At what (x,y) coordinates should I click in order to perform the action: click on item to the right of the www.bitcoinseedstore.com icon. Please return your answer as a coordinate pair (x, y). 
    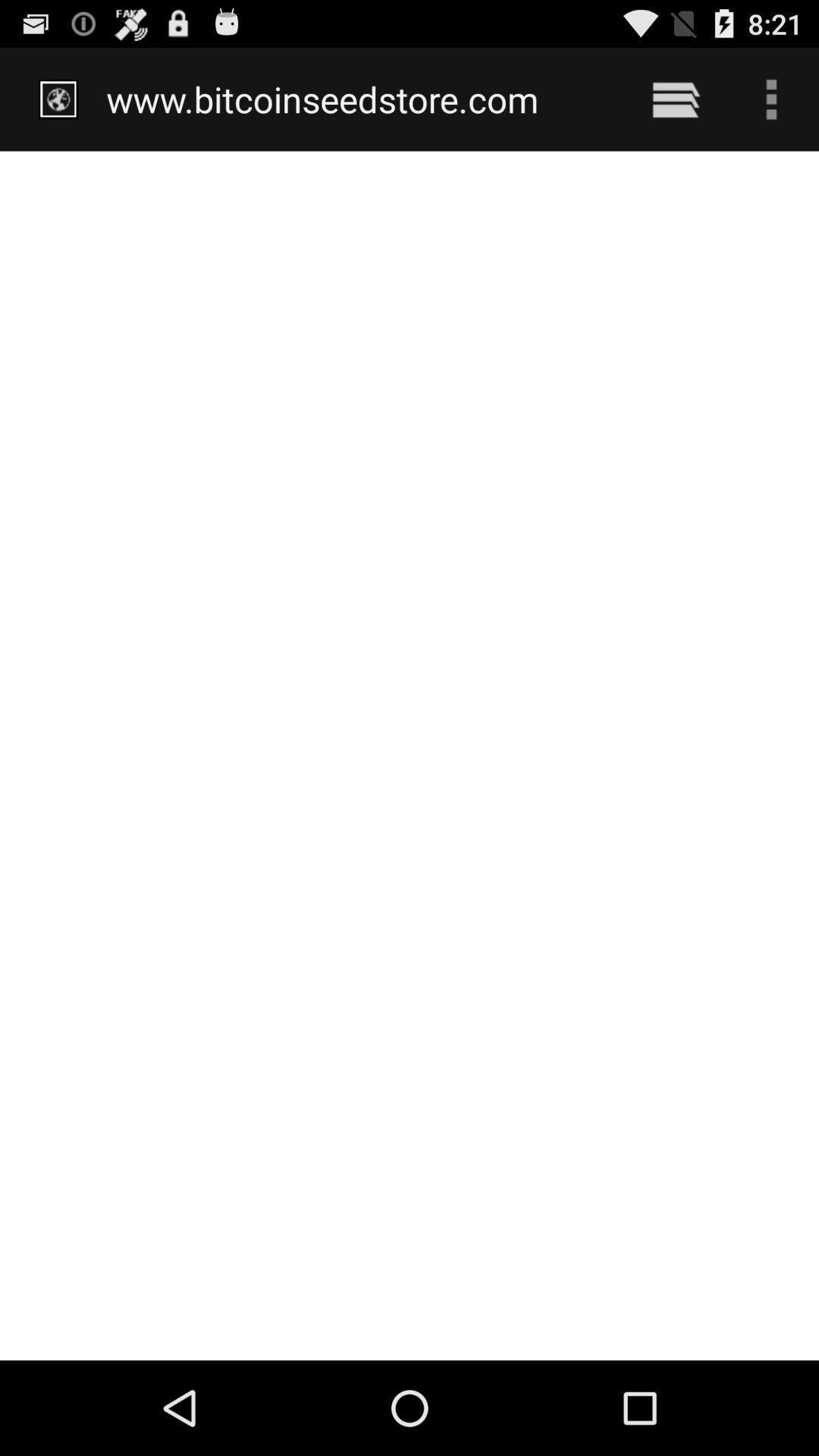
    Looking at the image, I should click on (675, 99).